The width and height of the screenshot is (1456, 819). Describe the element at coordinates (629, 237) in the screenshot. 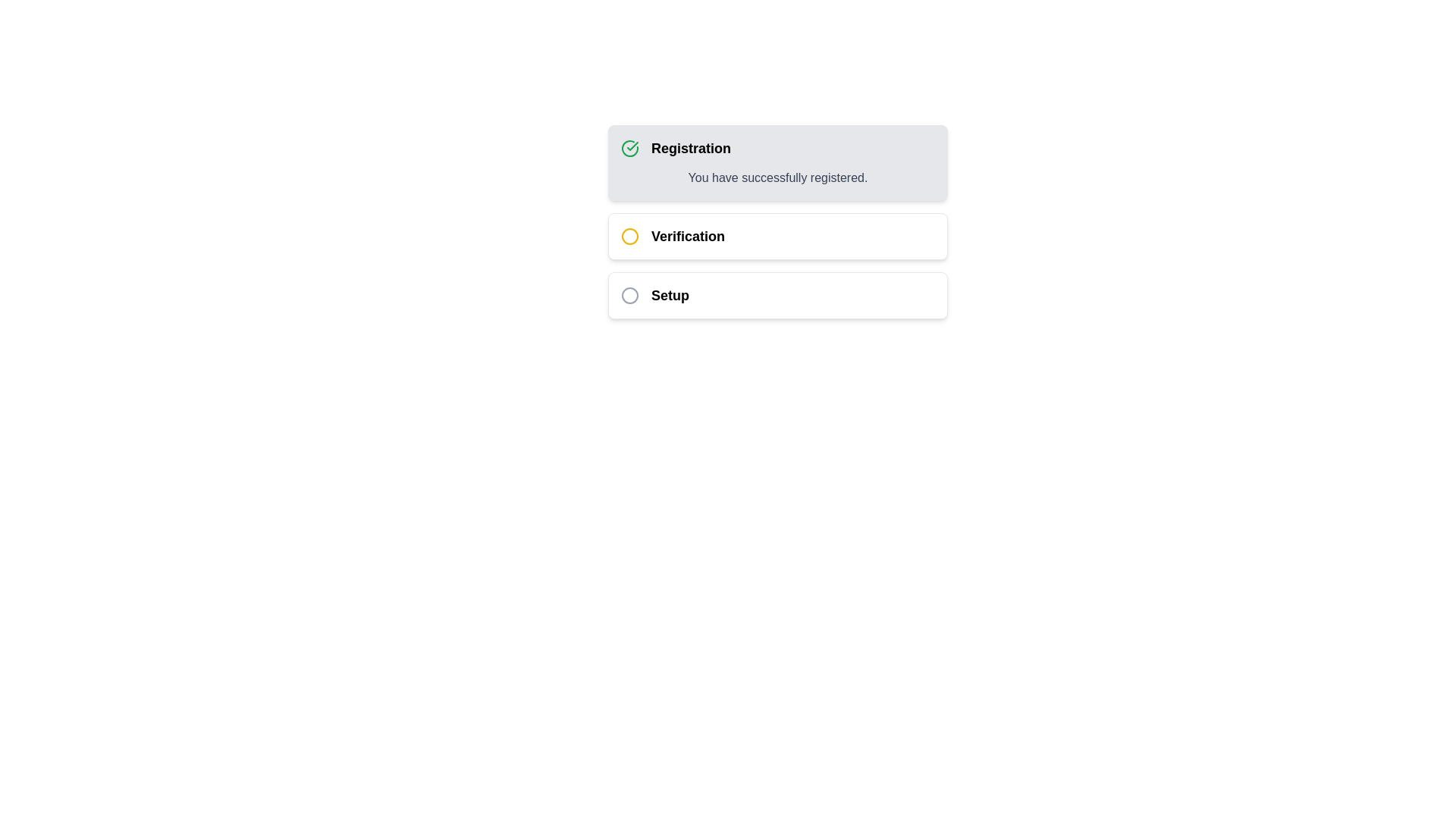

I see `the circular icon representing the 'Verification' step in the vertical step layout to indicate the step's status` at that location.